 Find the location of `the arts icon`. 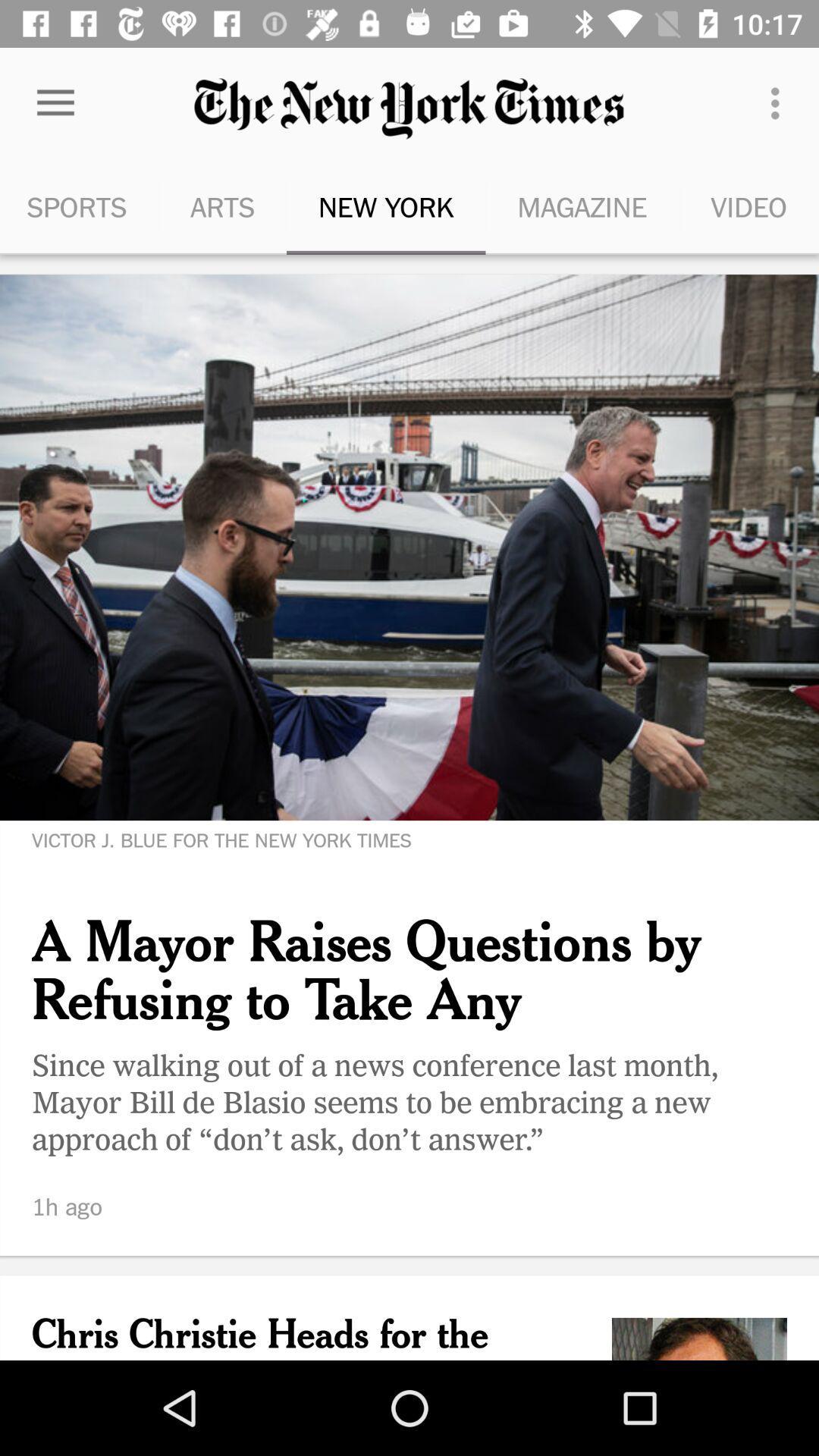

the arts icon is located at coordinates (222, 206).